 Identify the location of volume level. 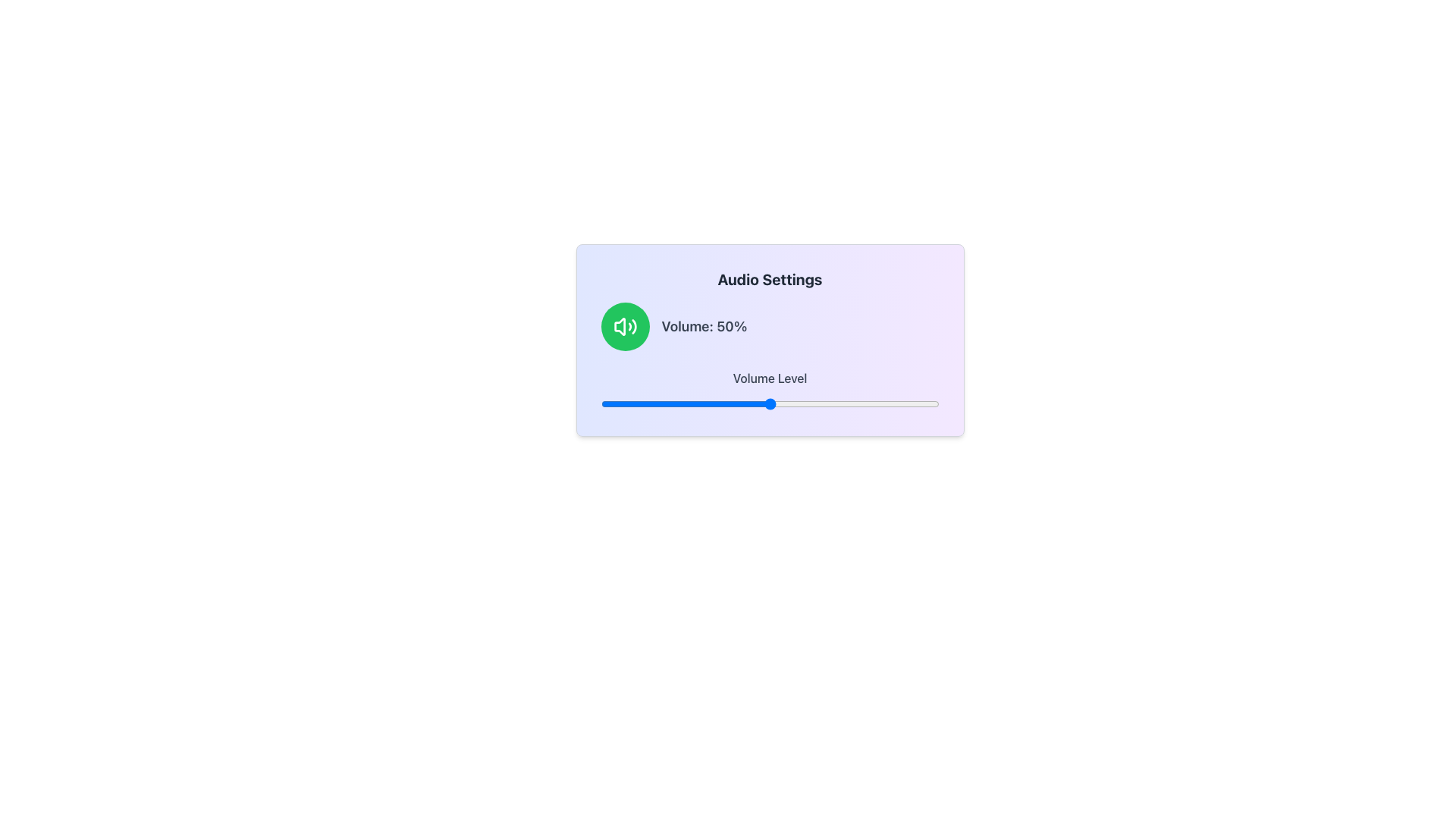
(654, 403).